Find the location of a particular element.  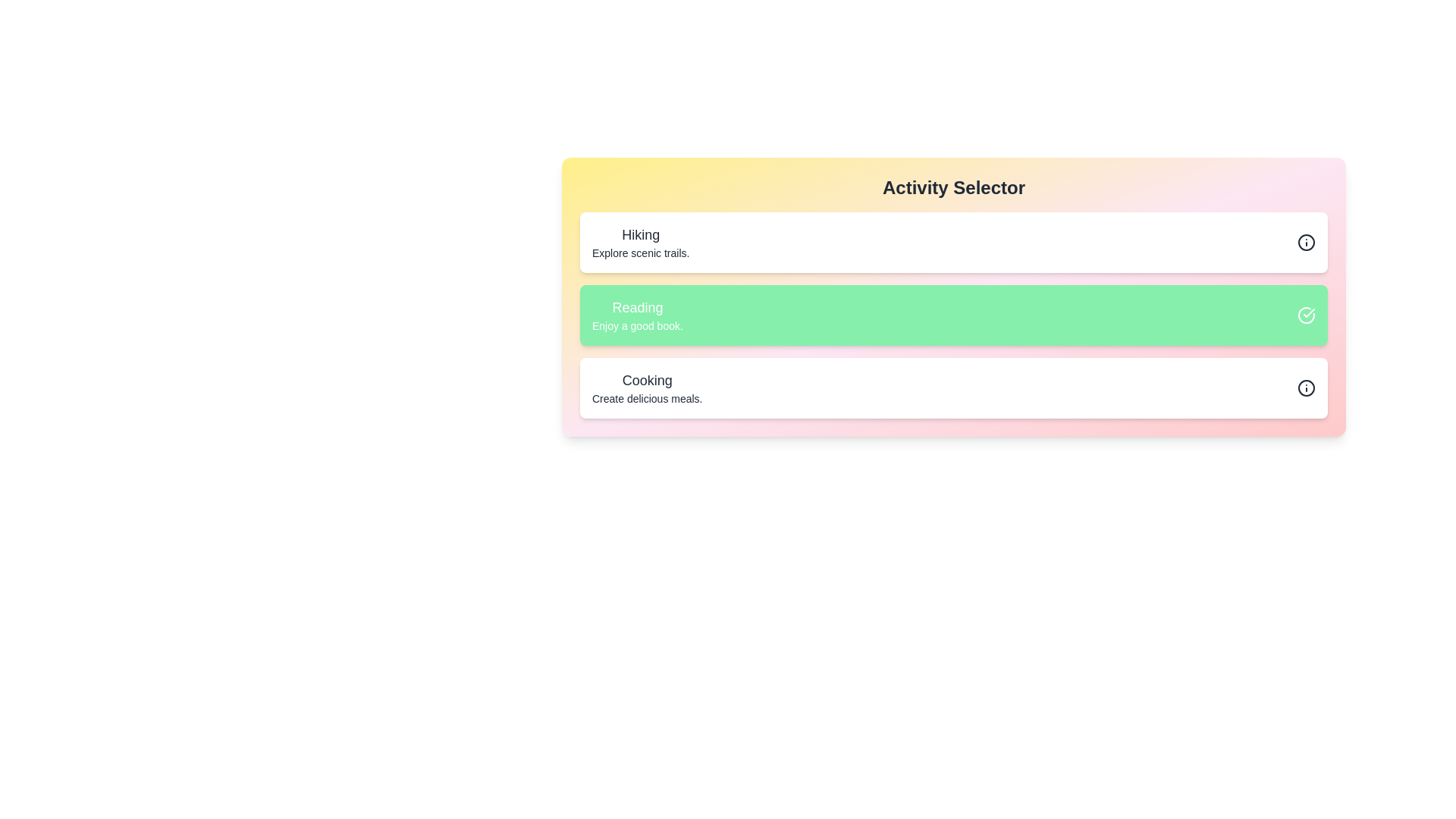

the list item corresponding to Reading is located at coordinates (952, 315).